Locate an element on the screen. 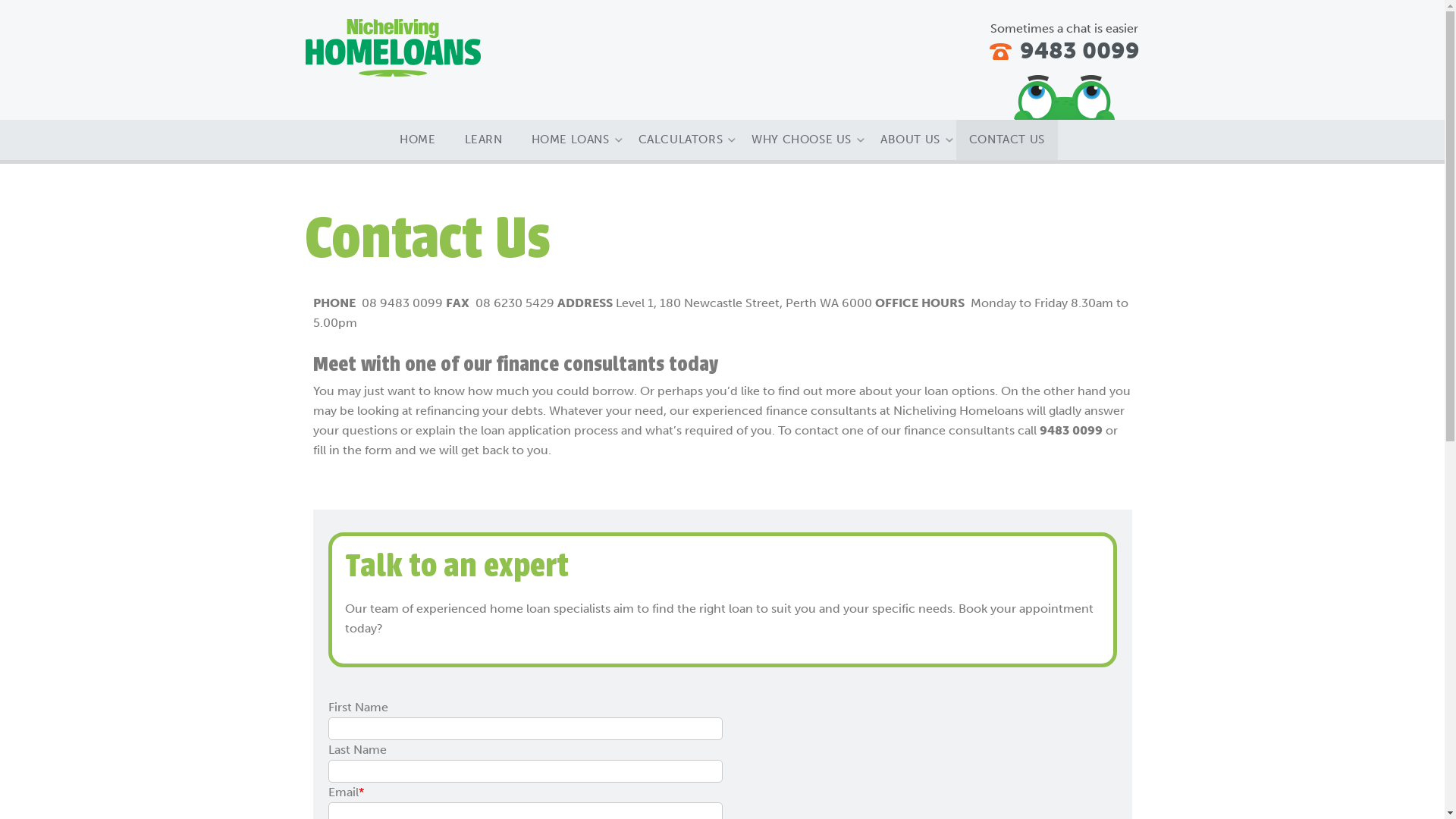 The height and width of the screenshot is (819, 1456). 'Niche Living Home Loans' is located at coordinates (392, 46).